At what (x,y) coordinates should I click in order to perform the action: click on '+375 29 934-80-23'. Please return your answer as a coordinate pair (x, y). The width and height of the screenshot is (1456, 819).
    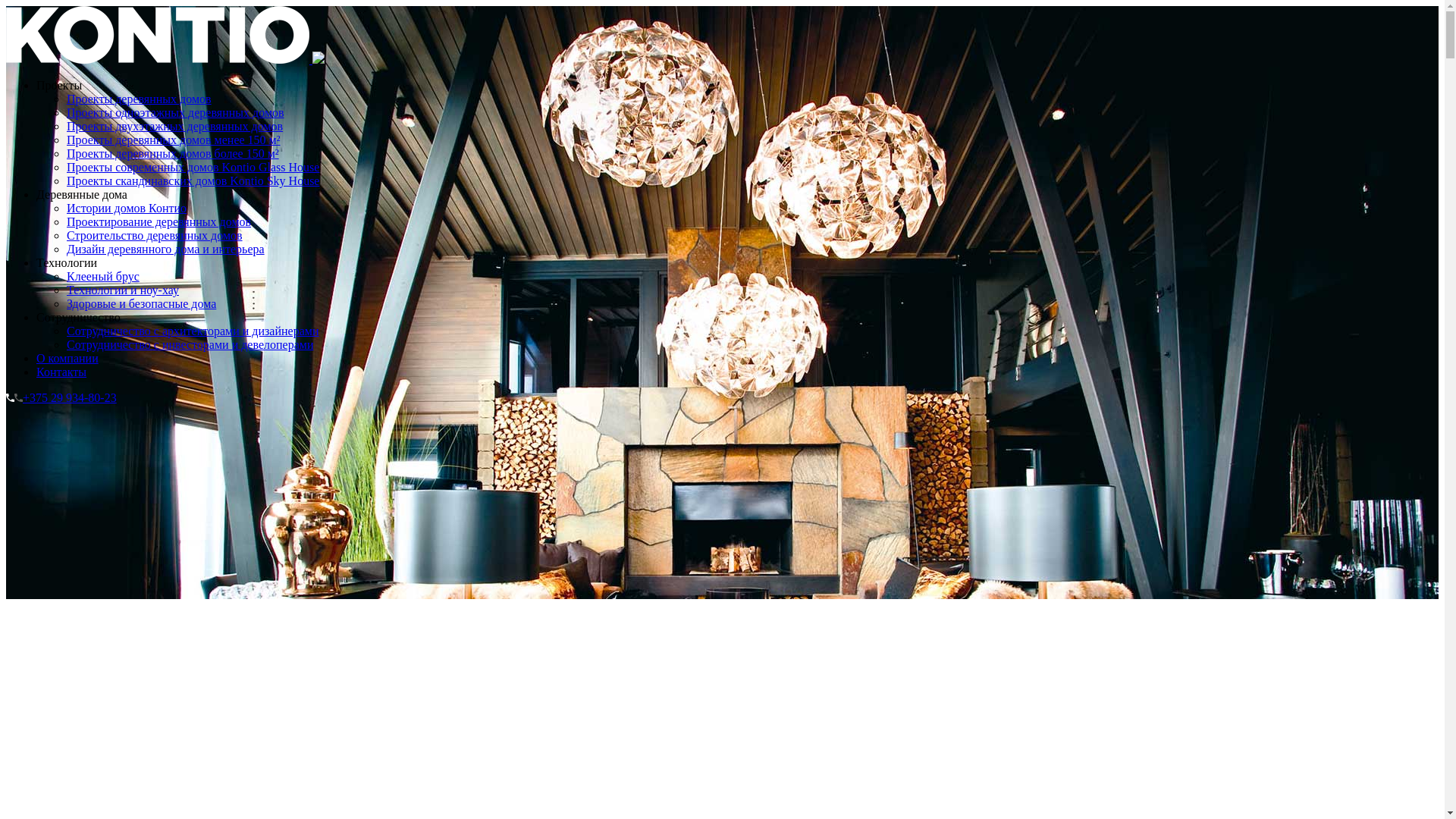
    Looking at the image, I should click on (61, 397).